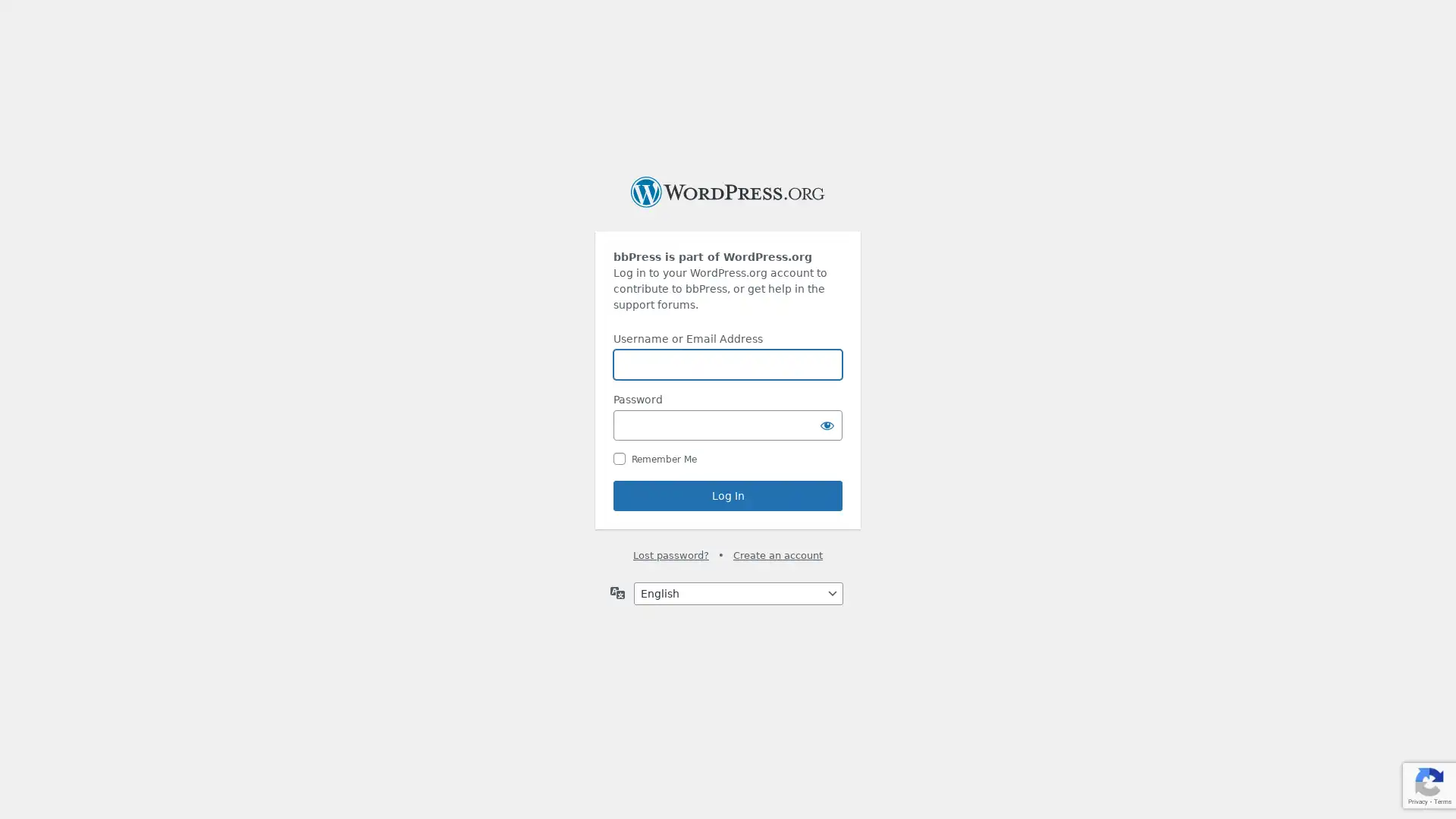 The width and height of the screenshot is (1456, 819). Describe the element at coordinates (728, 496) in the screenshot. I see `Log In` at that location.